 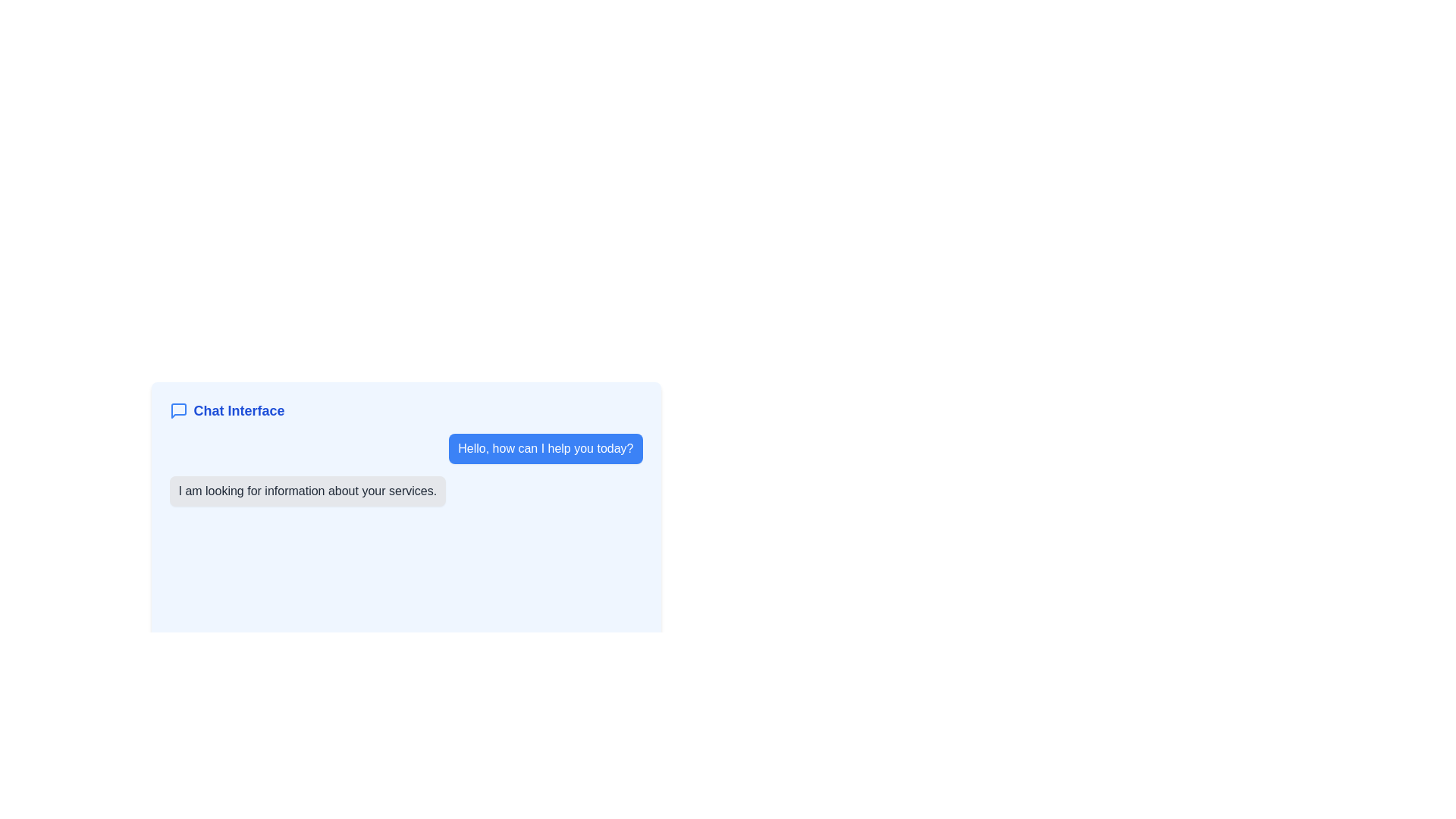 I want to click on the messaging icon located on the left side of the header section of the chat interface, positioned before the text 'Chat Interface', so click(x=178, y=411).